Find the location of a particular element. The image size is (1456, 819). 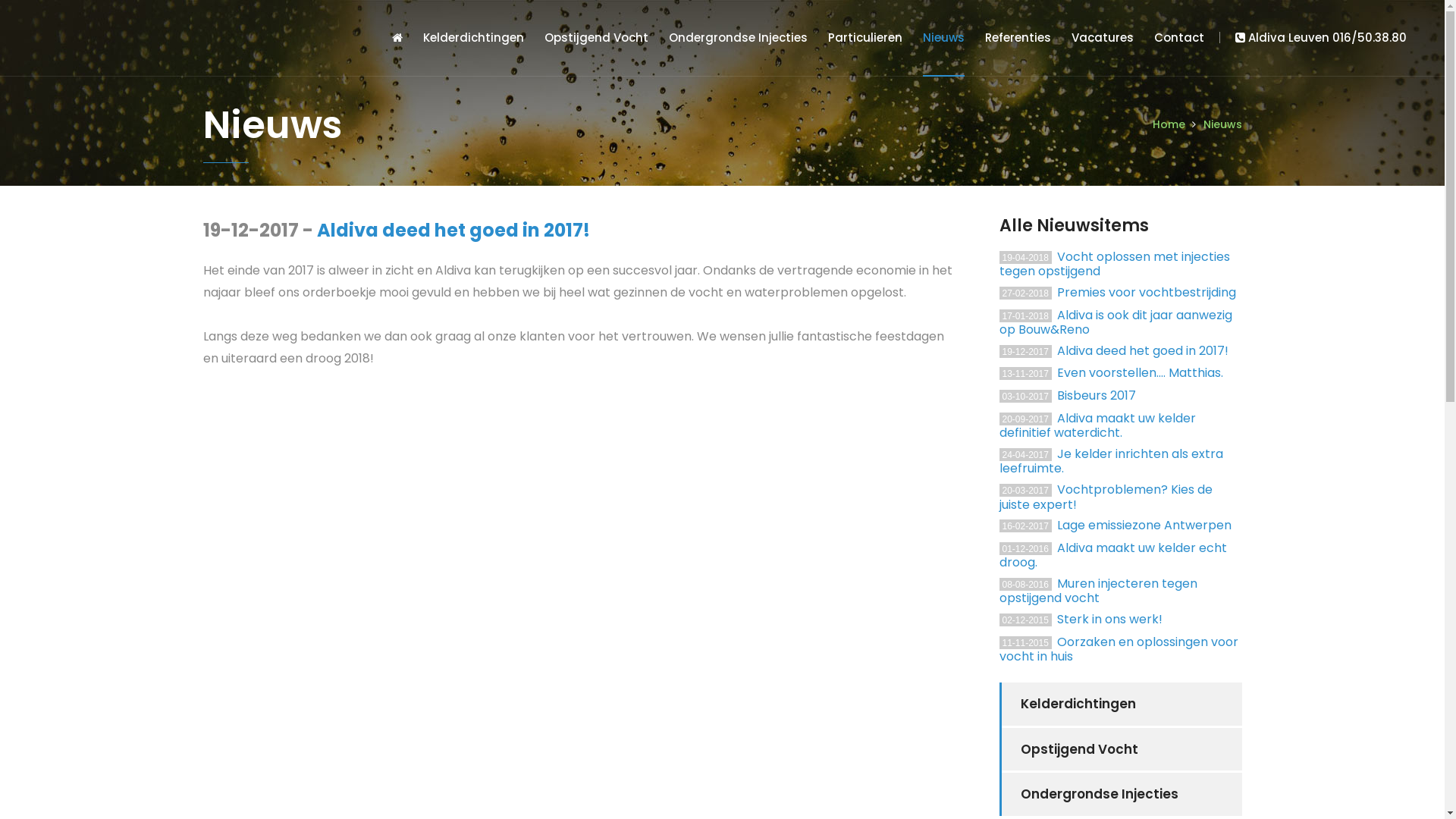

'Lage emissiezone Antwerpen' is located at coordinates (1144, 524).